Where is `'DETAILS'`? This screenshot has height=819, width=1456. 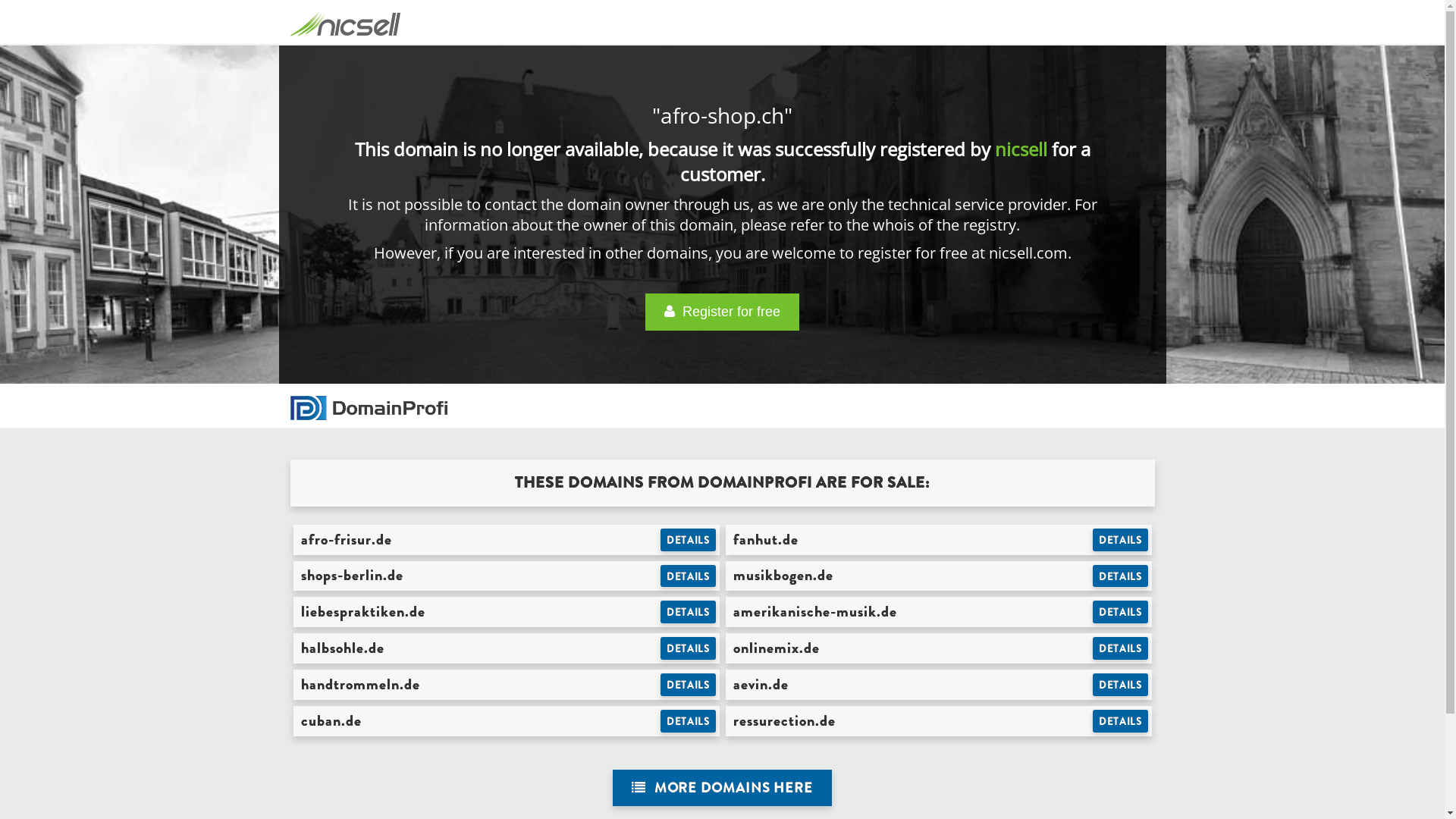
'DETAILS' is located at coordinates (660, 539).